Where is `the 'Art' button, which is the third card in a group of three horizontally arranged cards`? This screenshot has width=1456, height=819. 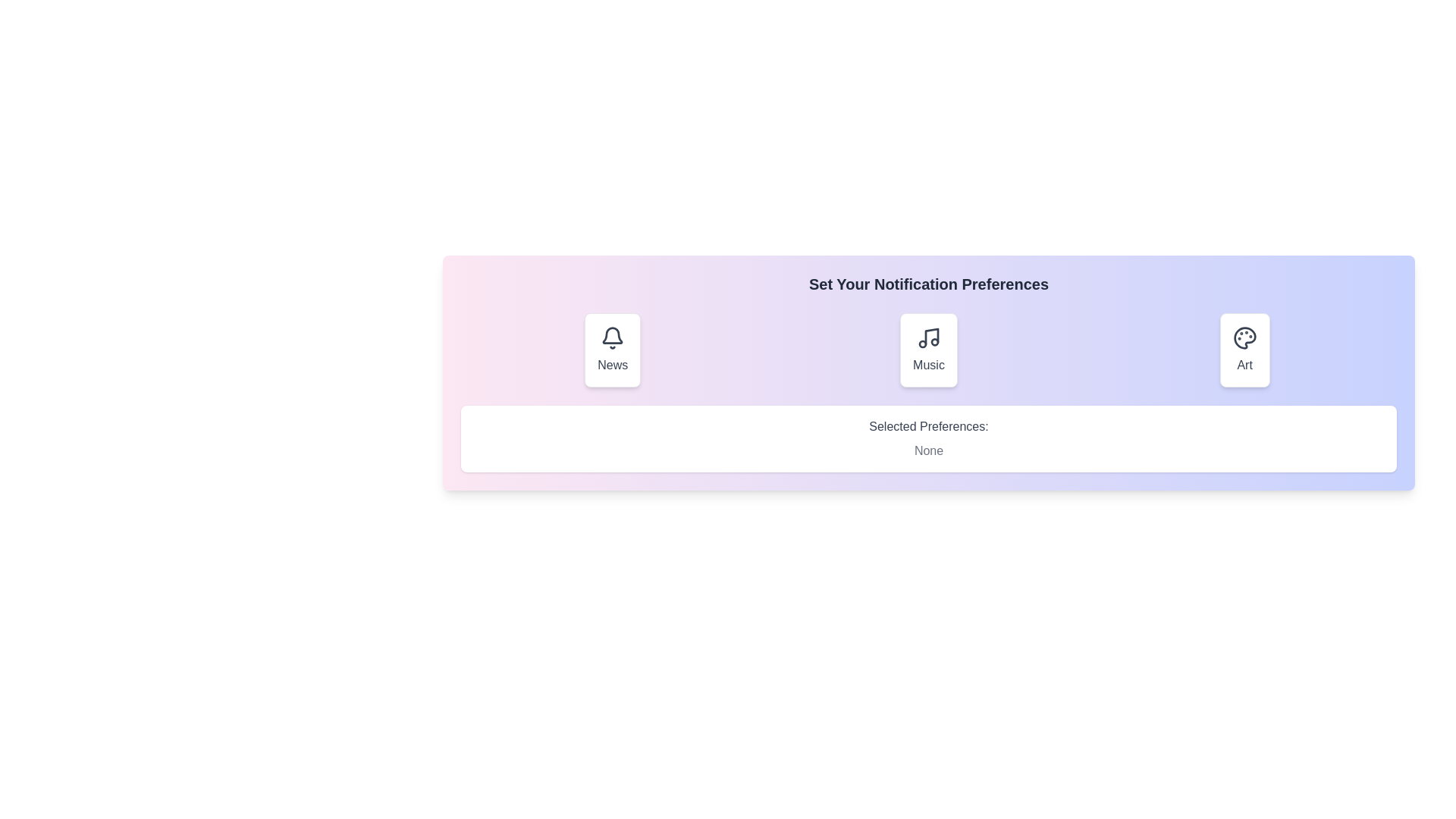
the 'Art' button, which is the third card in a group of three horizontally arranged cards is located at coordinates (1244, 350).